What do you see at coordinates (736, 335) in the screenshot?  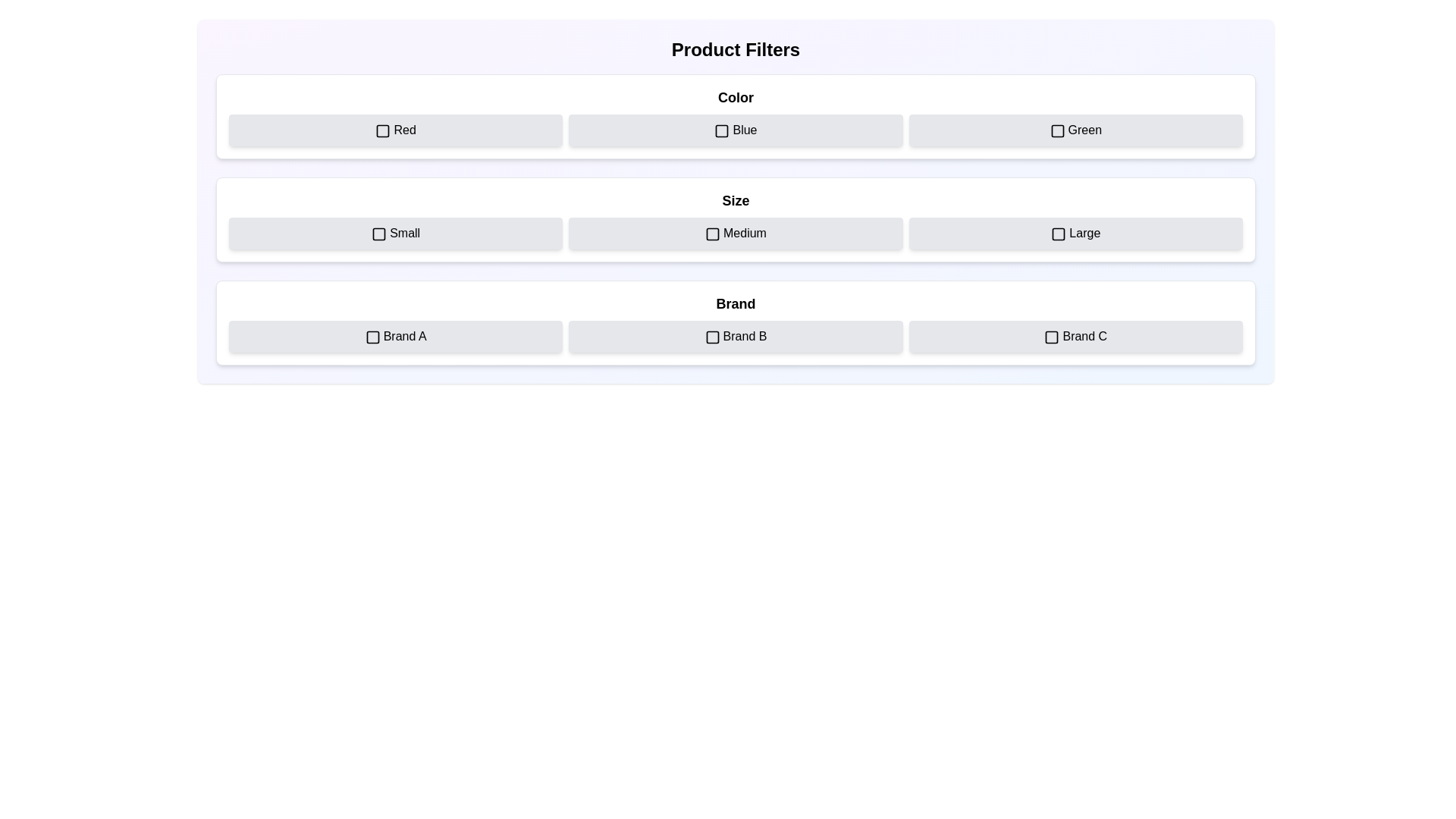 I see `the button labeled 'Brand B' which features a checkbox icon and a light gray background with rounded edges` at bounding box center [736, 335].